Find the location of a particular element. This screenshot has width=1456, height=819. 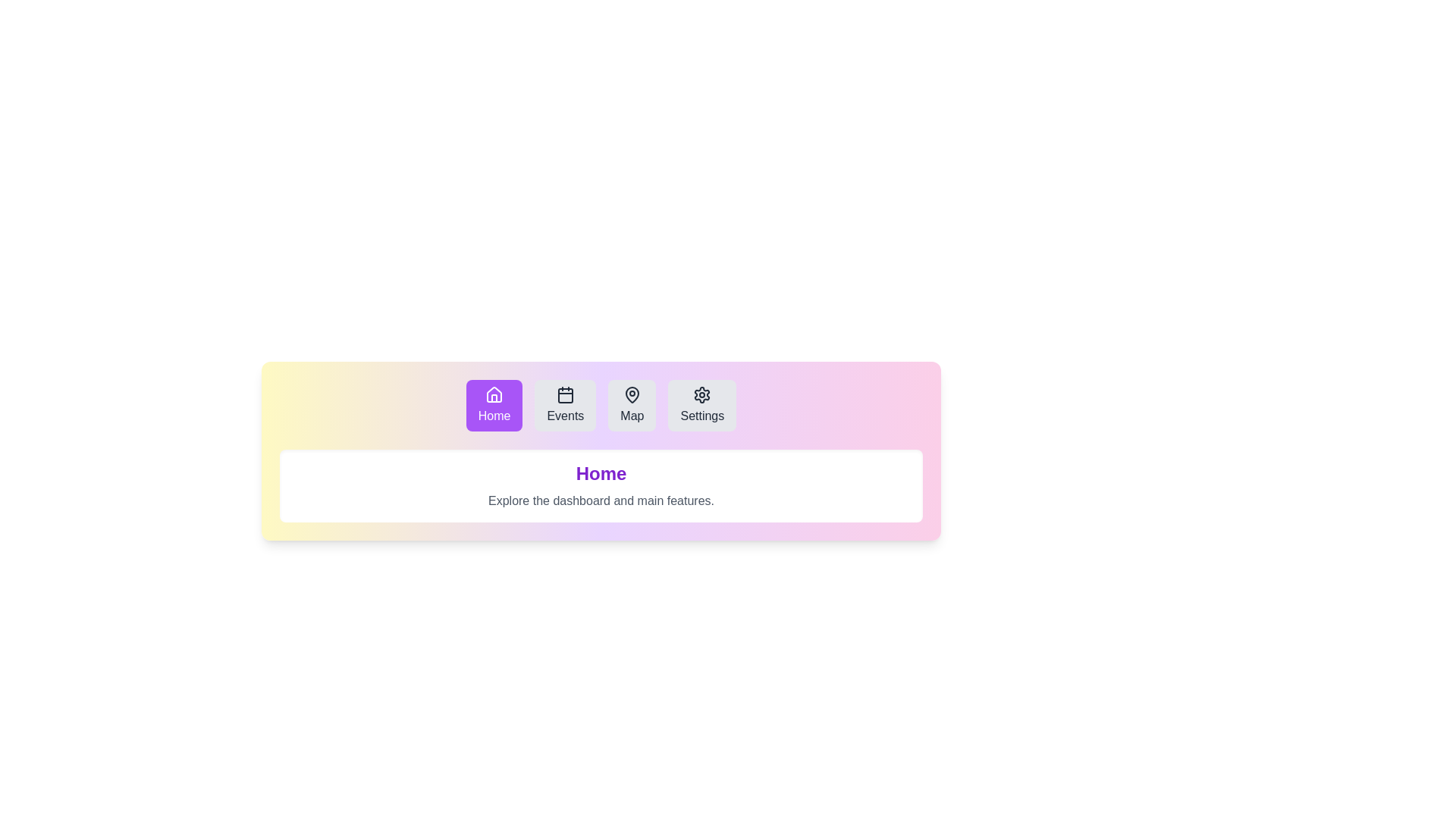

the Events tab to select it is located at coordinates (564, 405).